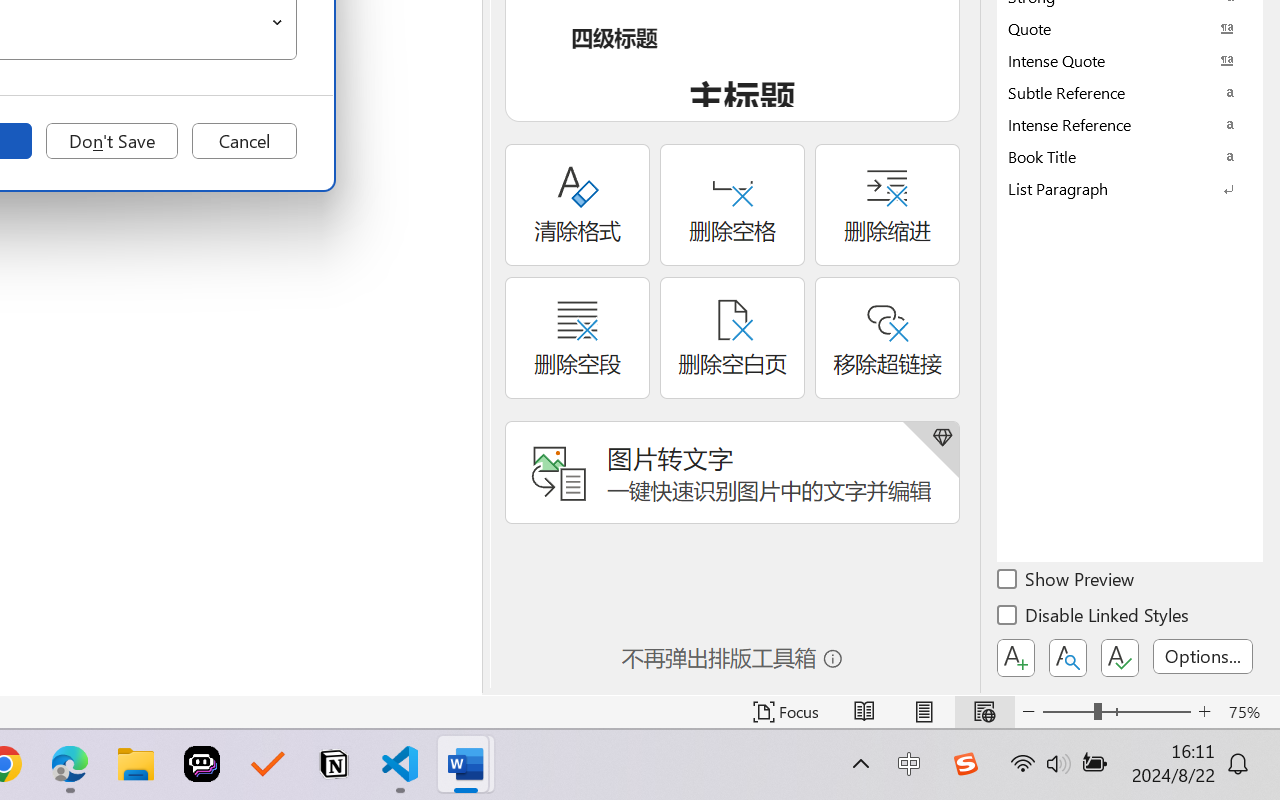 The width and height of the screenshot is (1280, 800). I want to click on 'Notion', so click(334, 764).